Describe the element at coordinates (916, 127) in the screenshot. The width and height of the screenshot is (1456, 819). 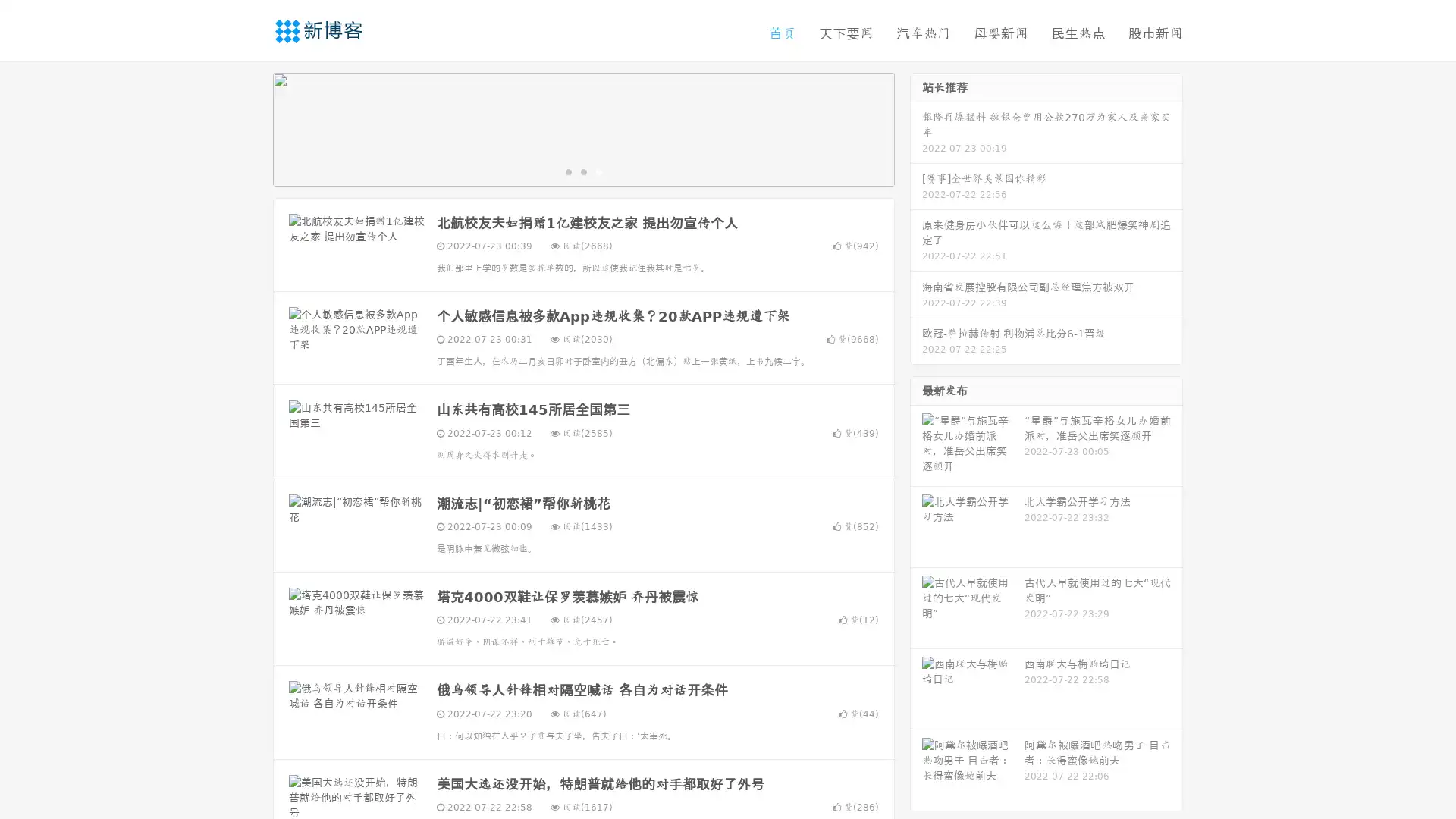
I see `Next slide` at that location.